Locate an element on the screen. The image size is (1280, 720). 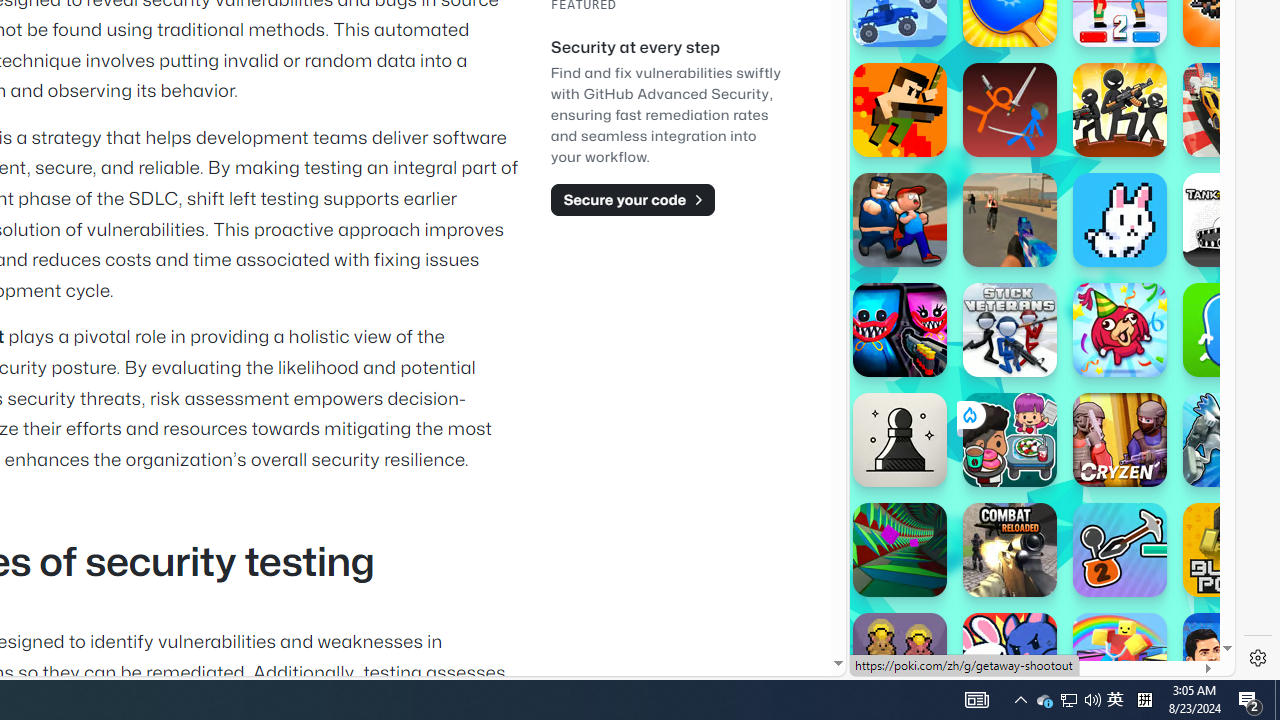
'Combat Reloaded' is located at coordinates (1009, 550).